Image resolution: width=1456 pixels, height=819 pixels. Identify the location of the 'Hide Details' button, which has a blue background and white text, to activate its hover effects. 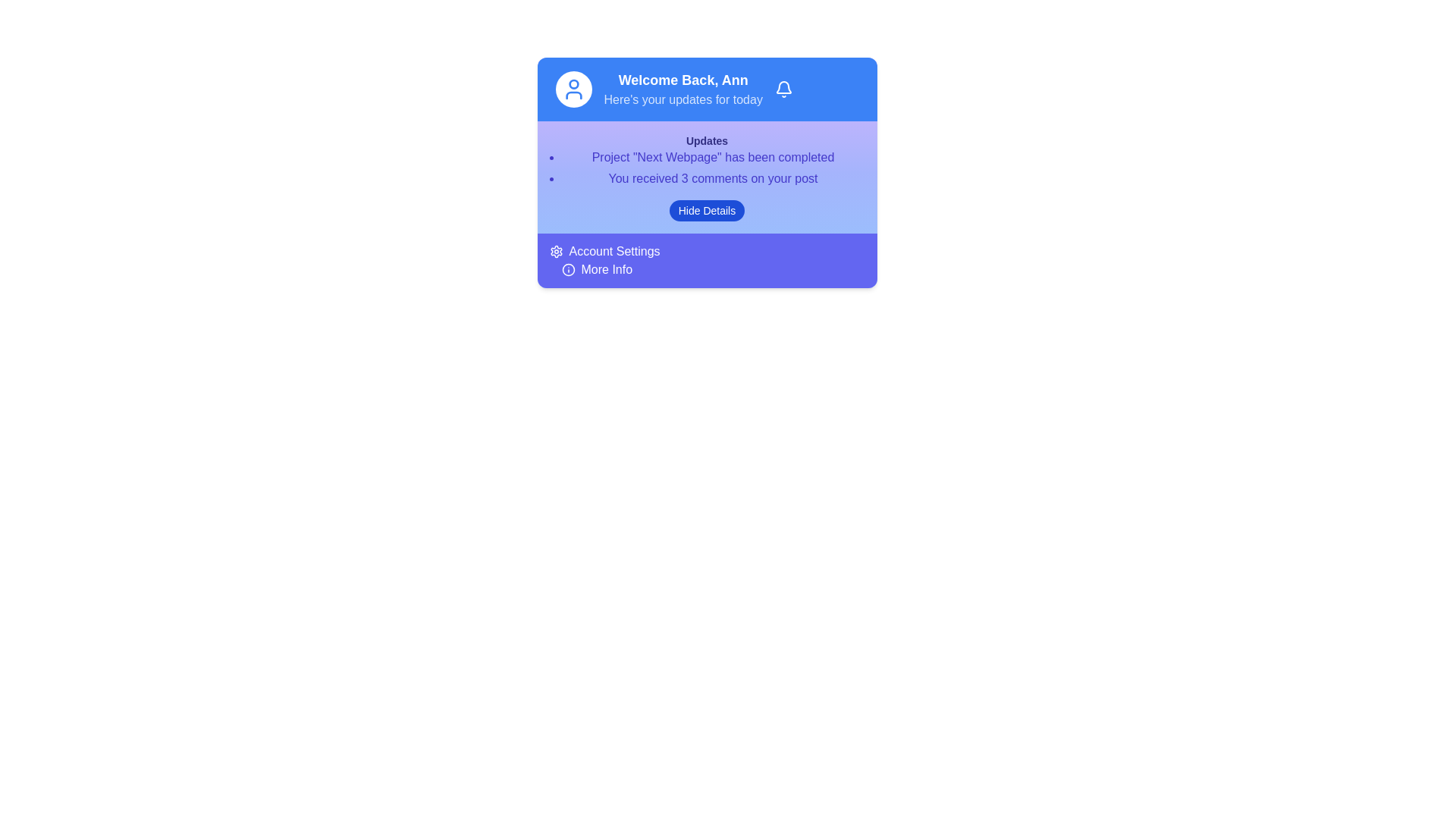
(706, 210).